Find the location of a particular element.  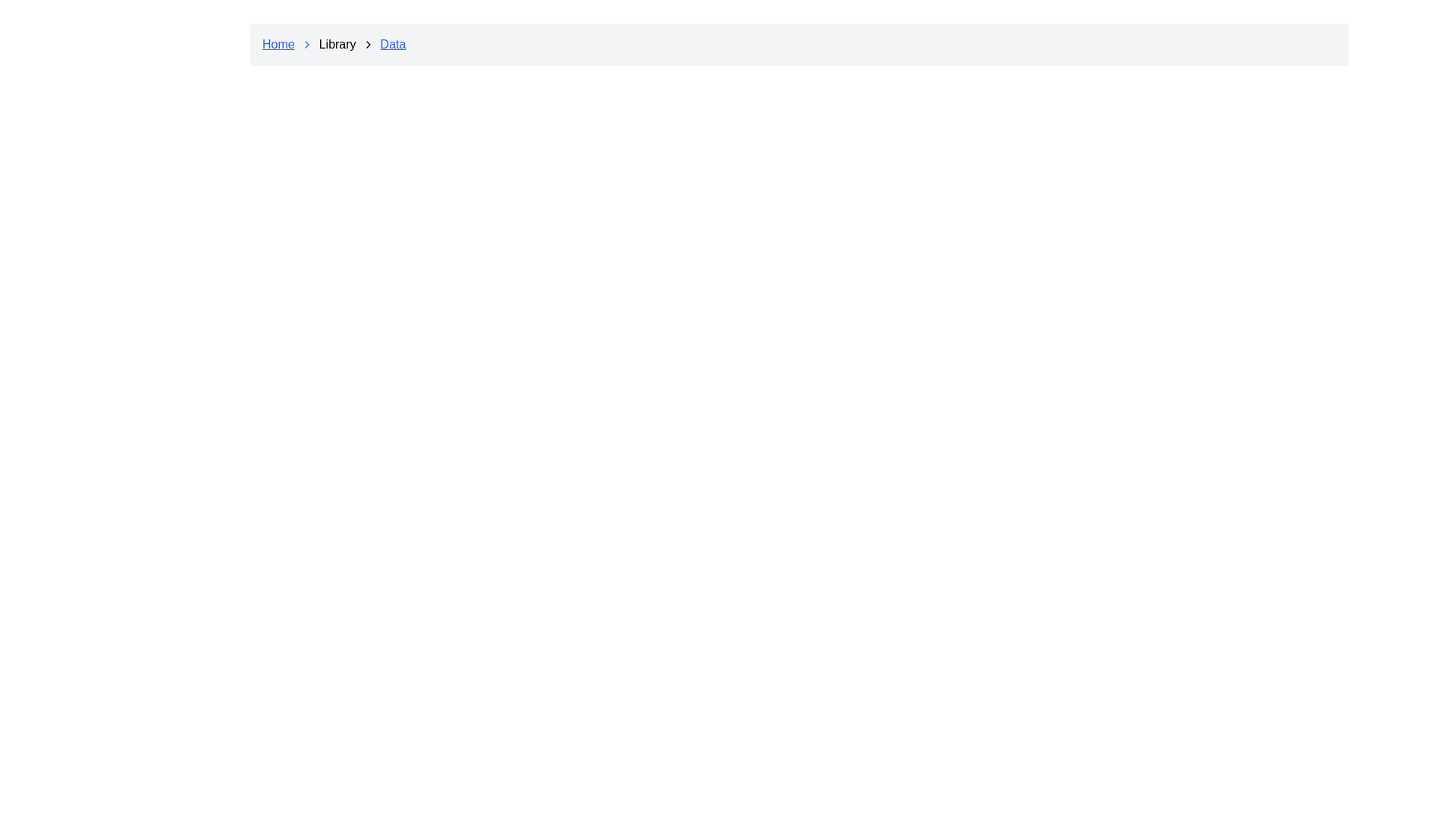

the chevron icon located immediately to the right of the 'Library' label, which serves as a navigation indicator within the horizontal navigation sequence is located at coordinates (368, 43).